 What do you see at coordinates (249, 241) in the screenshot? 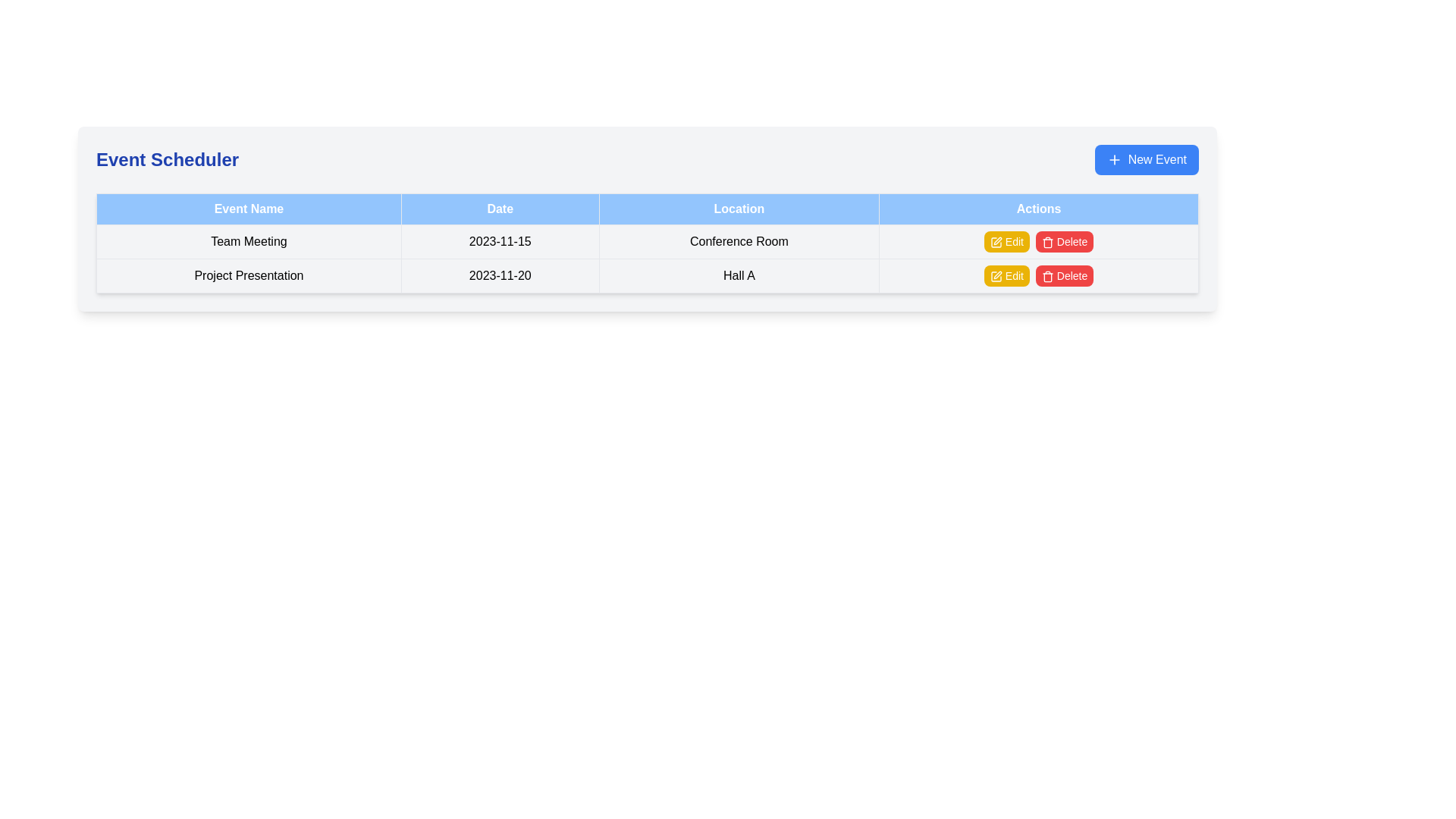
I see `the static text label that displays the name of a scheduled event in the first row under the 'Event Name' column of the scheduling table` at bounding box center [249, 241].